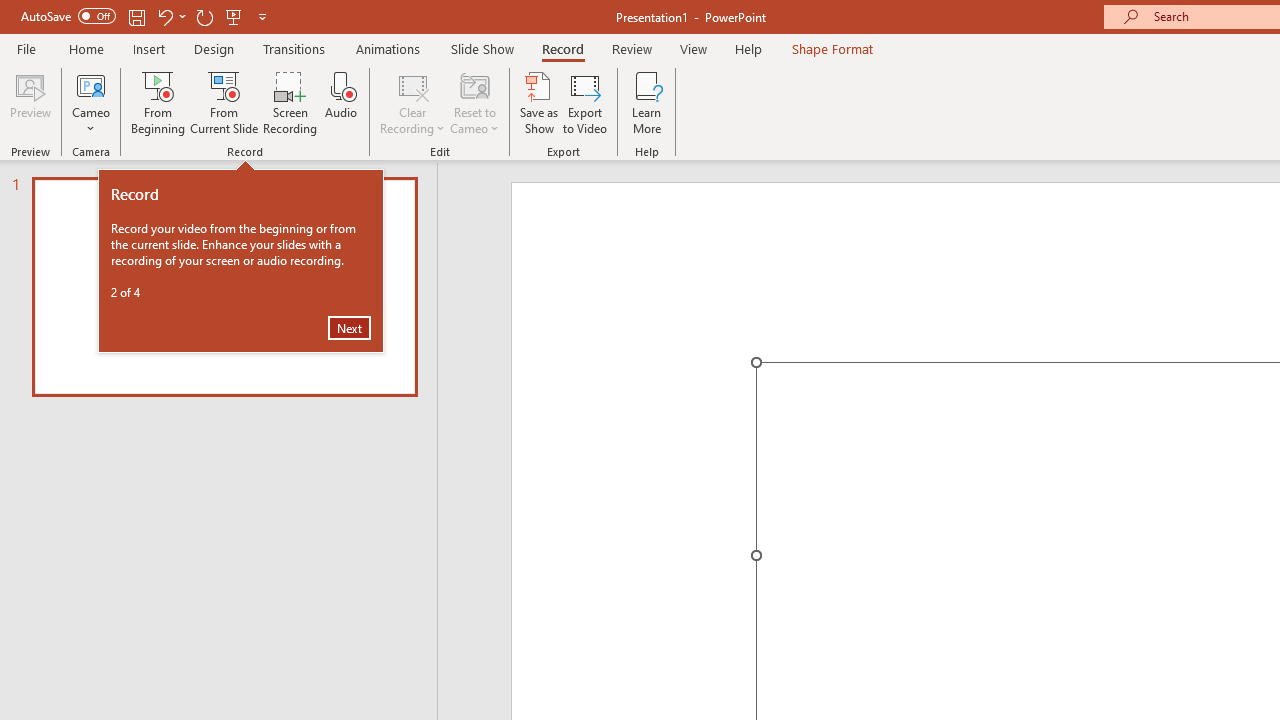 This screenshot has width=1280, height=720. What do you see at coordinates (349, 326) in the screenshot?
I see `'Next'` at bounding box center [349, 326].